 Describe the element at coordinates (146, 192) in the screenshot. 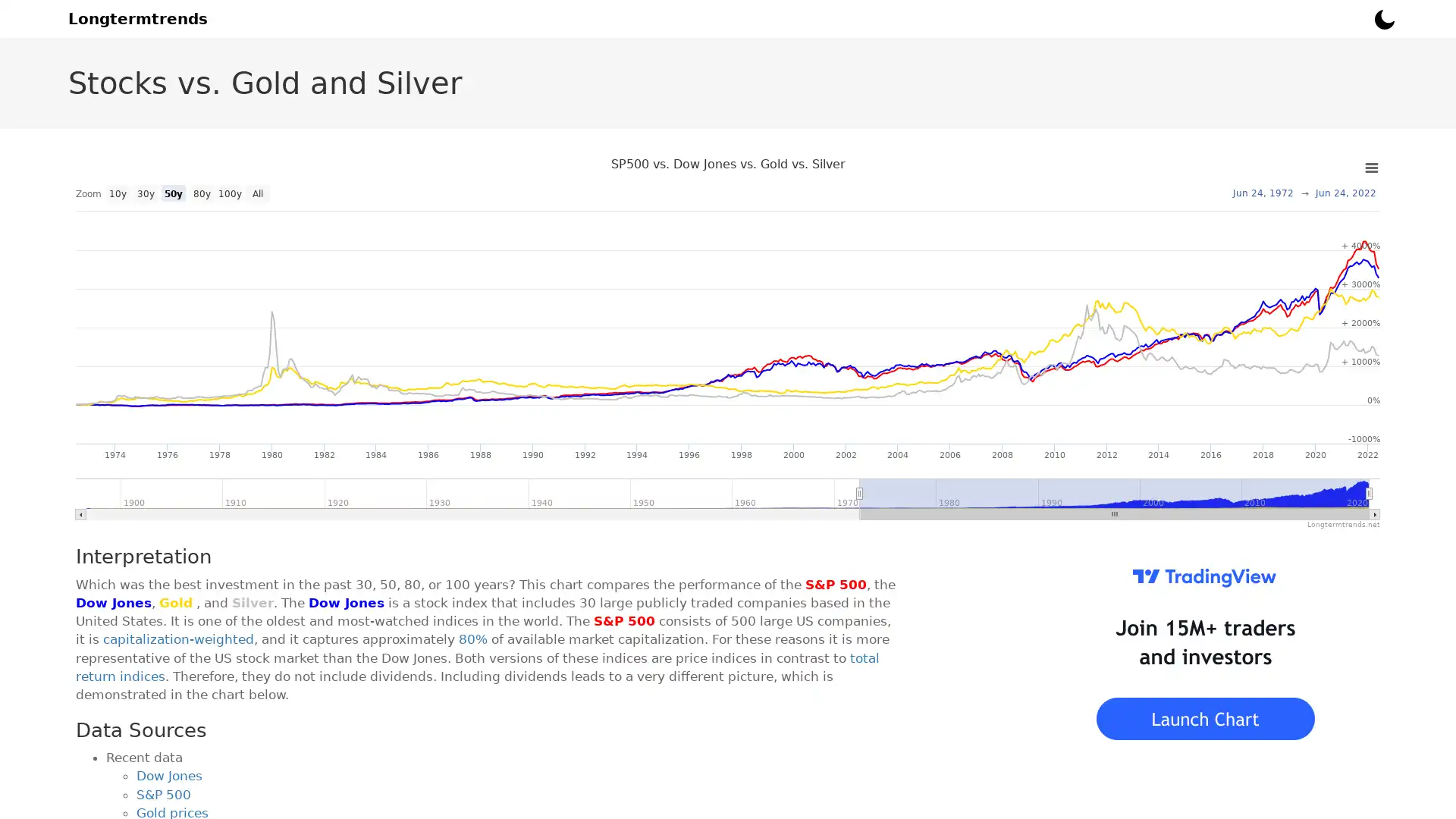

I see `30y` at that location.